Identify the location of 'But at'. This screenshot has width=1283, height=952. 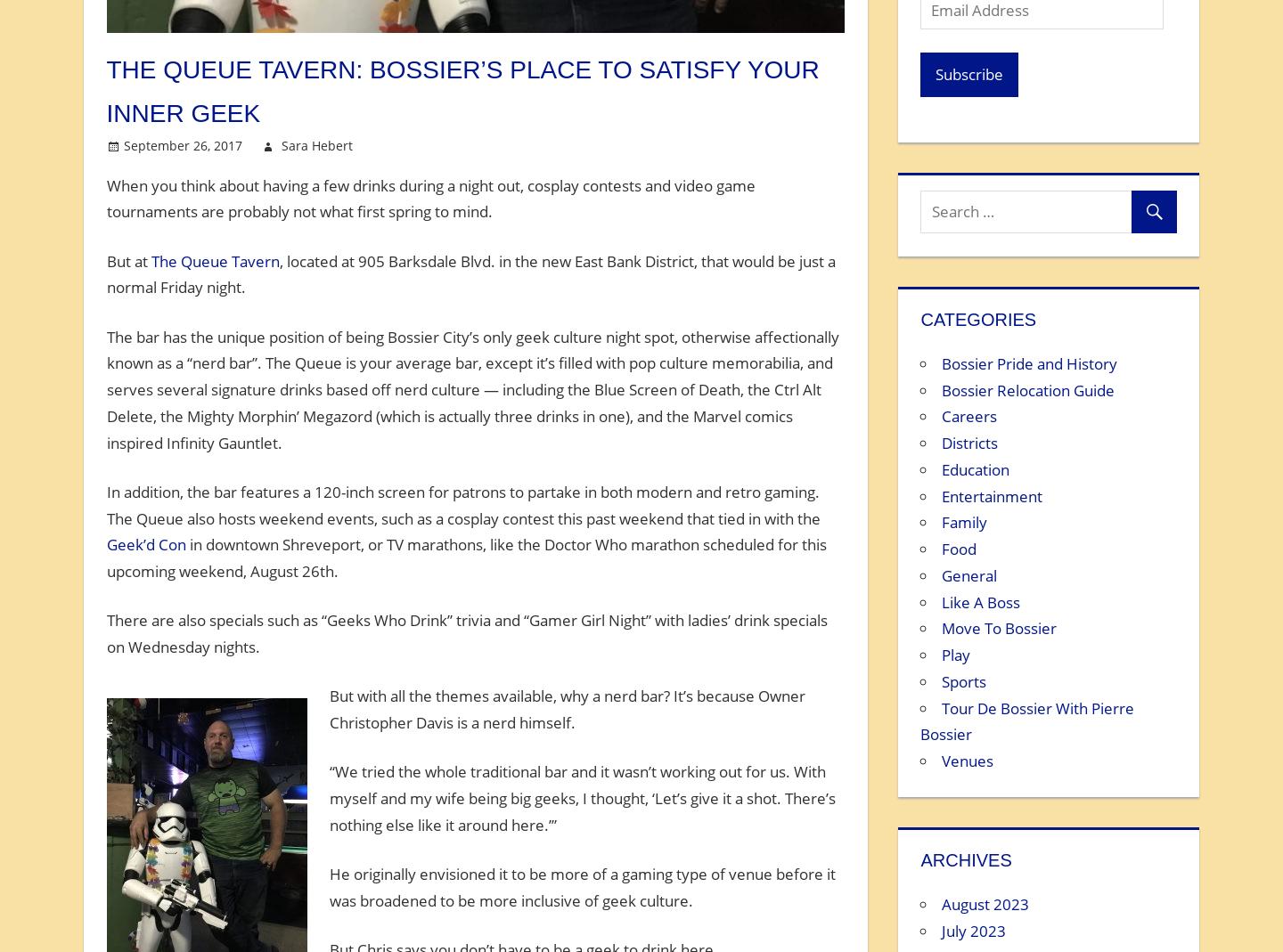
(127, 259).